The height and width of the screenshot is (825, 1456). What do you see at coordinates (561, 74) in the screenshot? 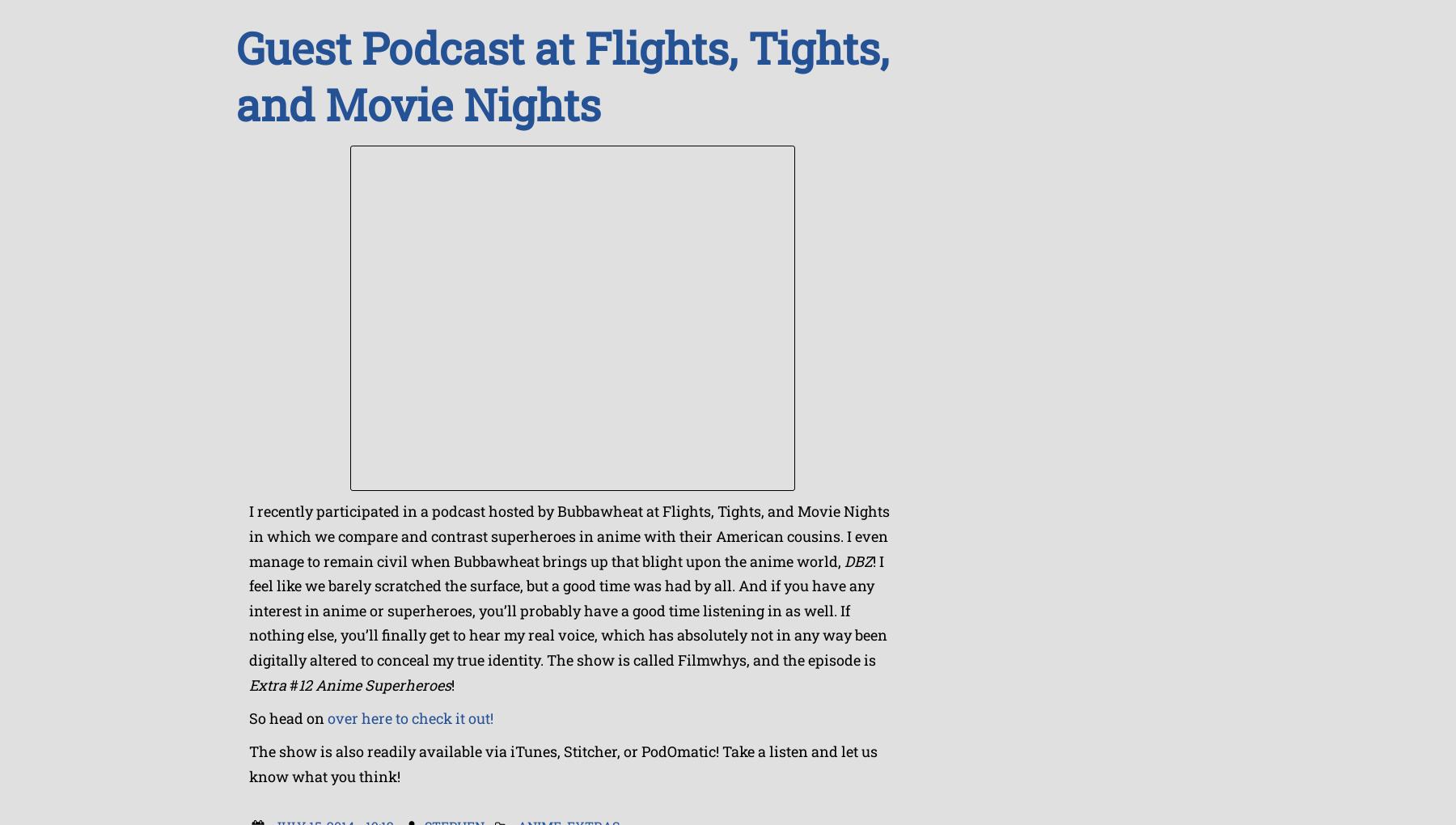
I see `'Guest Podcast at Flights, Tights, and Movie Nights'` at bounding box center [561, 74].